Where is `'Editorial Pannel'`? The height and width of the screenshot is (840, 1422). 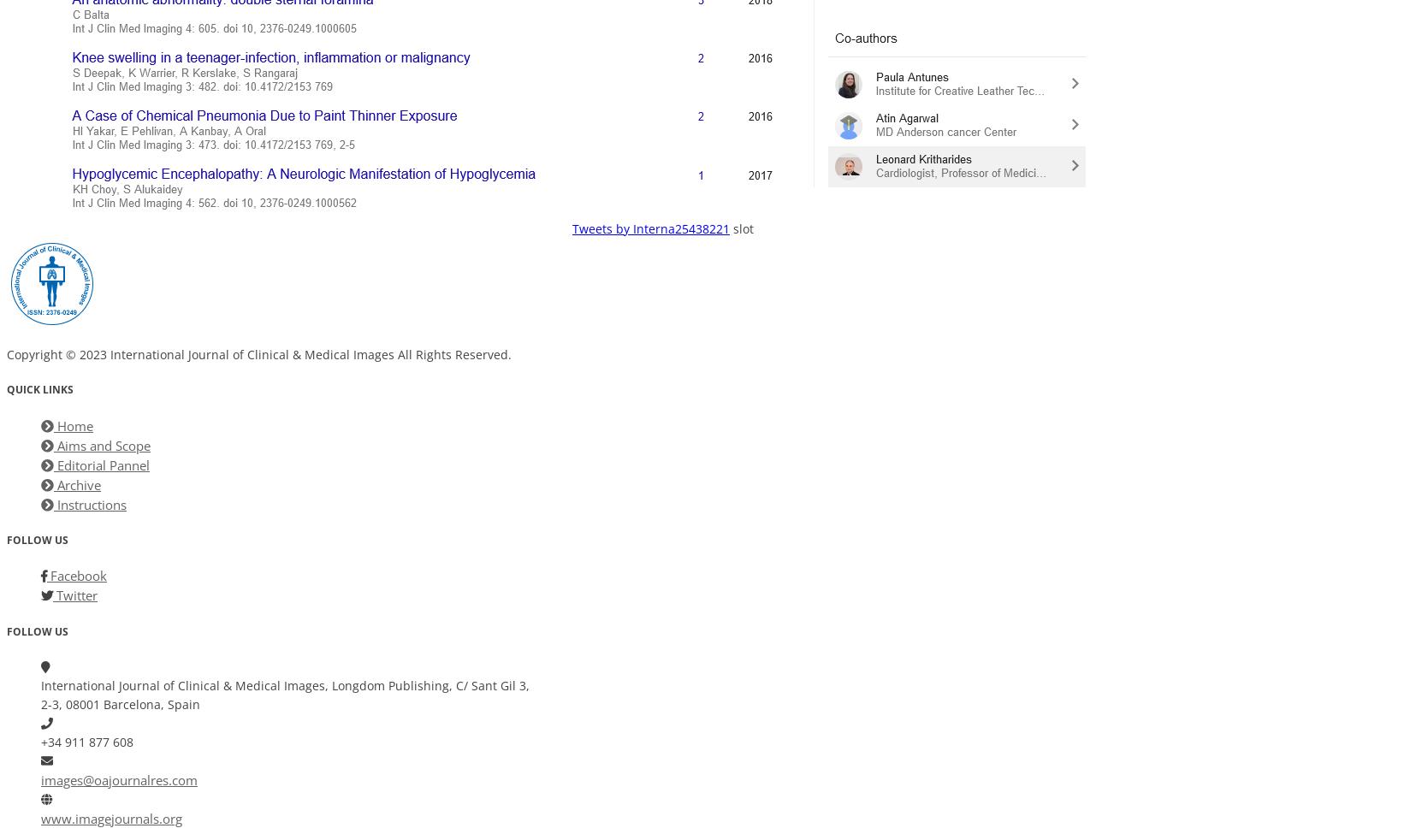 'Editorial Pannel' is located at coordinates (52, 464).